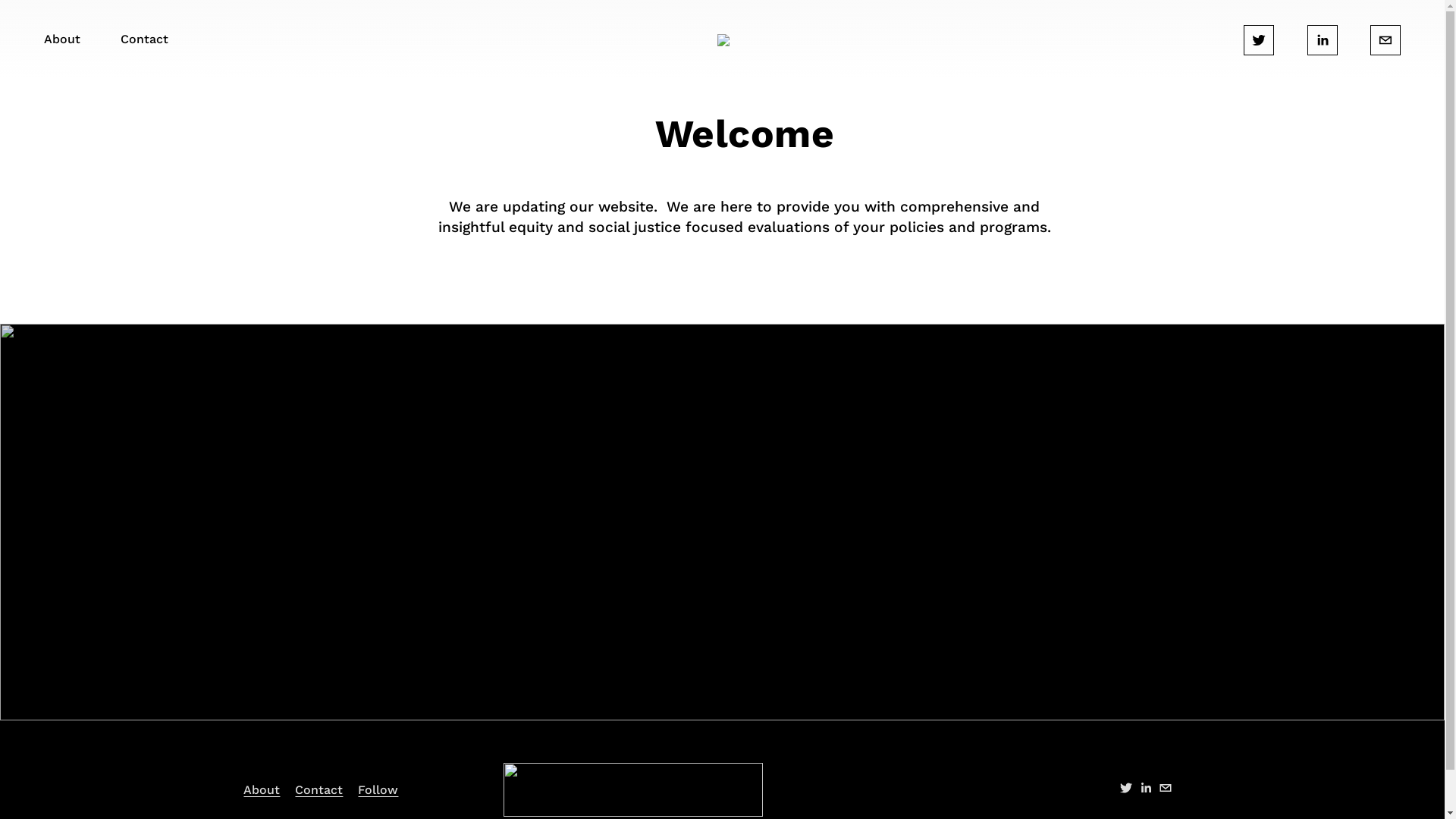 This screenshot has width=1456, height=819. What do you see at coordinates (43, 39) in the screenshot?
I see `'About'` at bounding box center [43, 39].